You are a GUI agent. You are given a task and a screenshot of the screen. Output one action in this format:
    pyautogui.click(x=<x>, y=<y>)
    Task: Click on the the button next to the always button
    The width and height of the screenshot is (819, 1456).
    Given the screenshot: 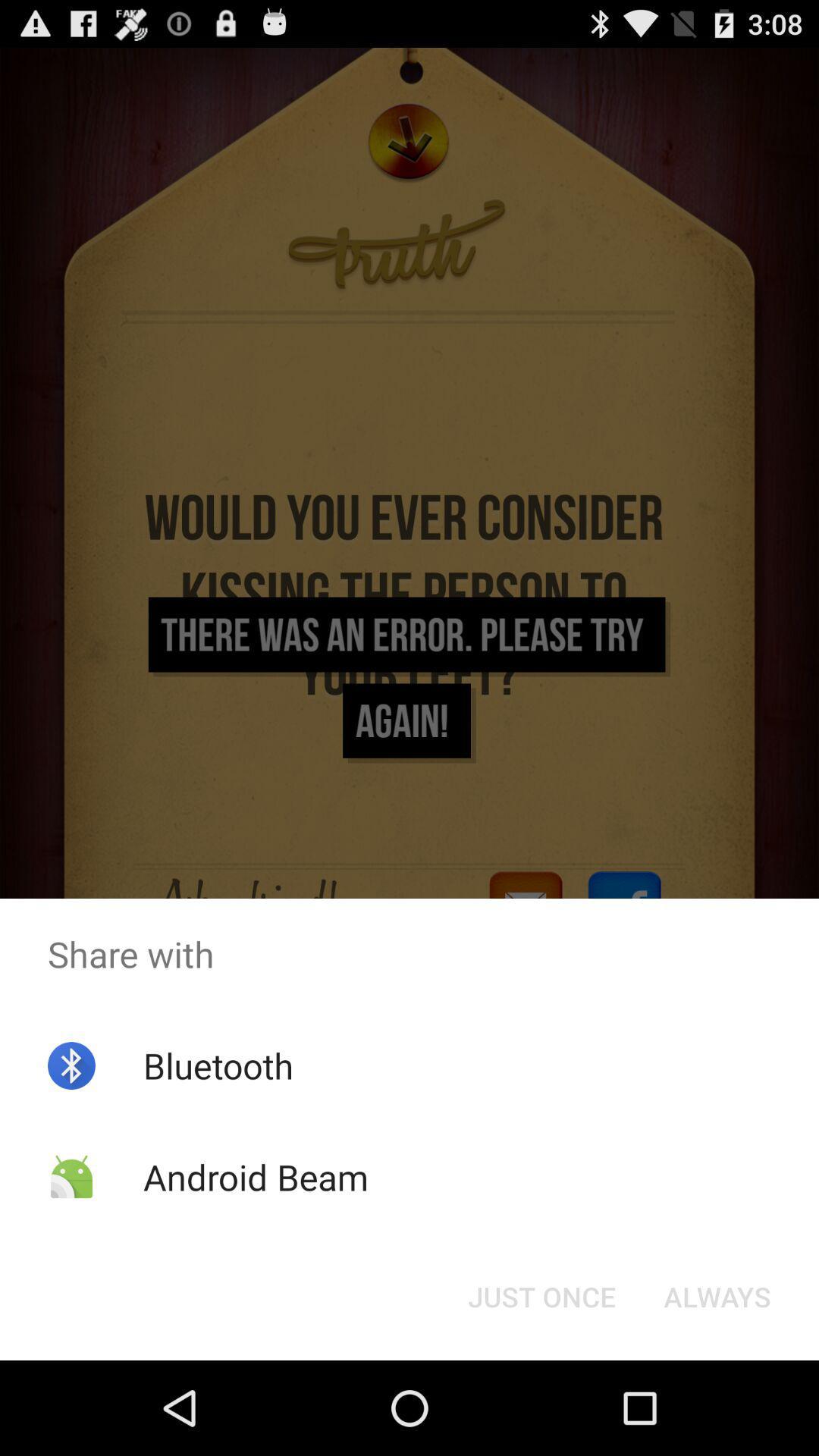 What is the action you would take?
    pyautogui.click(x=541, y=1295)
    